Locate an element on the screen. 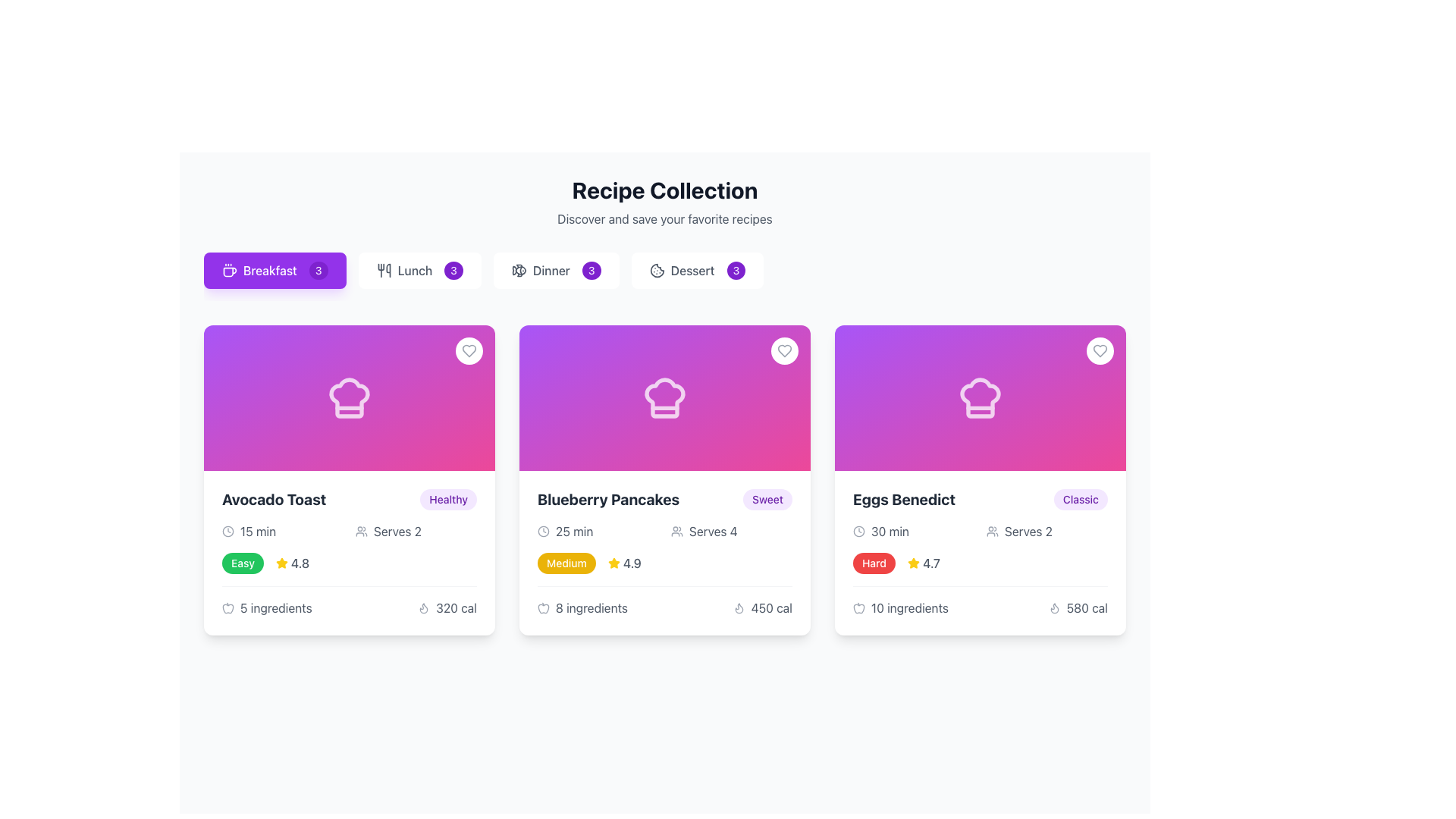  rating value text label located in the second column of the cards in the first row, below the title 'Avocado Toast' and to the right of the yellow star icon is located at coordinates (300, 563).